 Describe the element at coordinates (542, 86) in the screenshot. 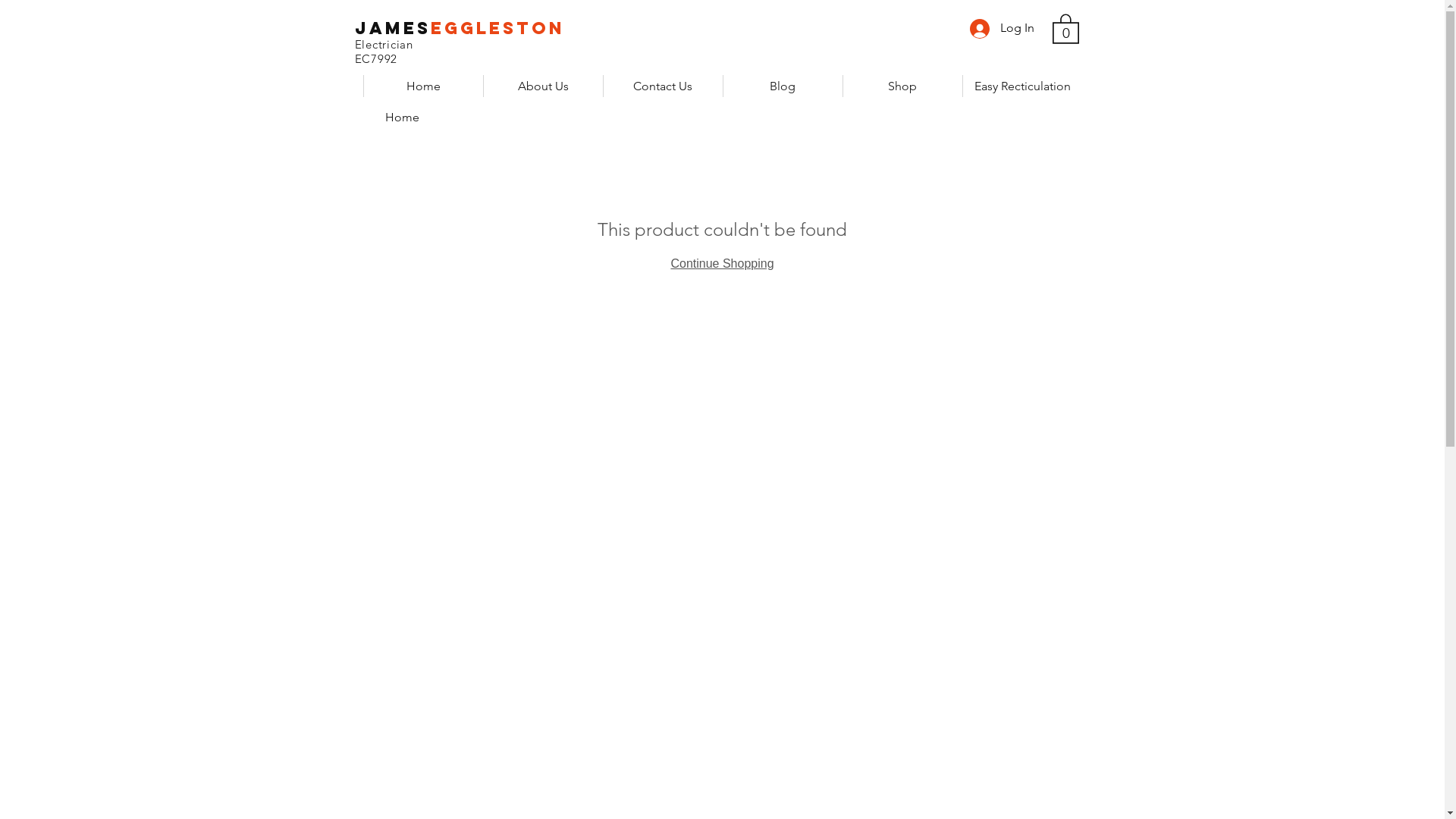

I see `'About Us'` at that location.